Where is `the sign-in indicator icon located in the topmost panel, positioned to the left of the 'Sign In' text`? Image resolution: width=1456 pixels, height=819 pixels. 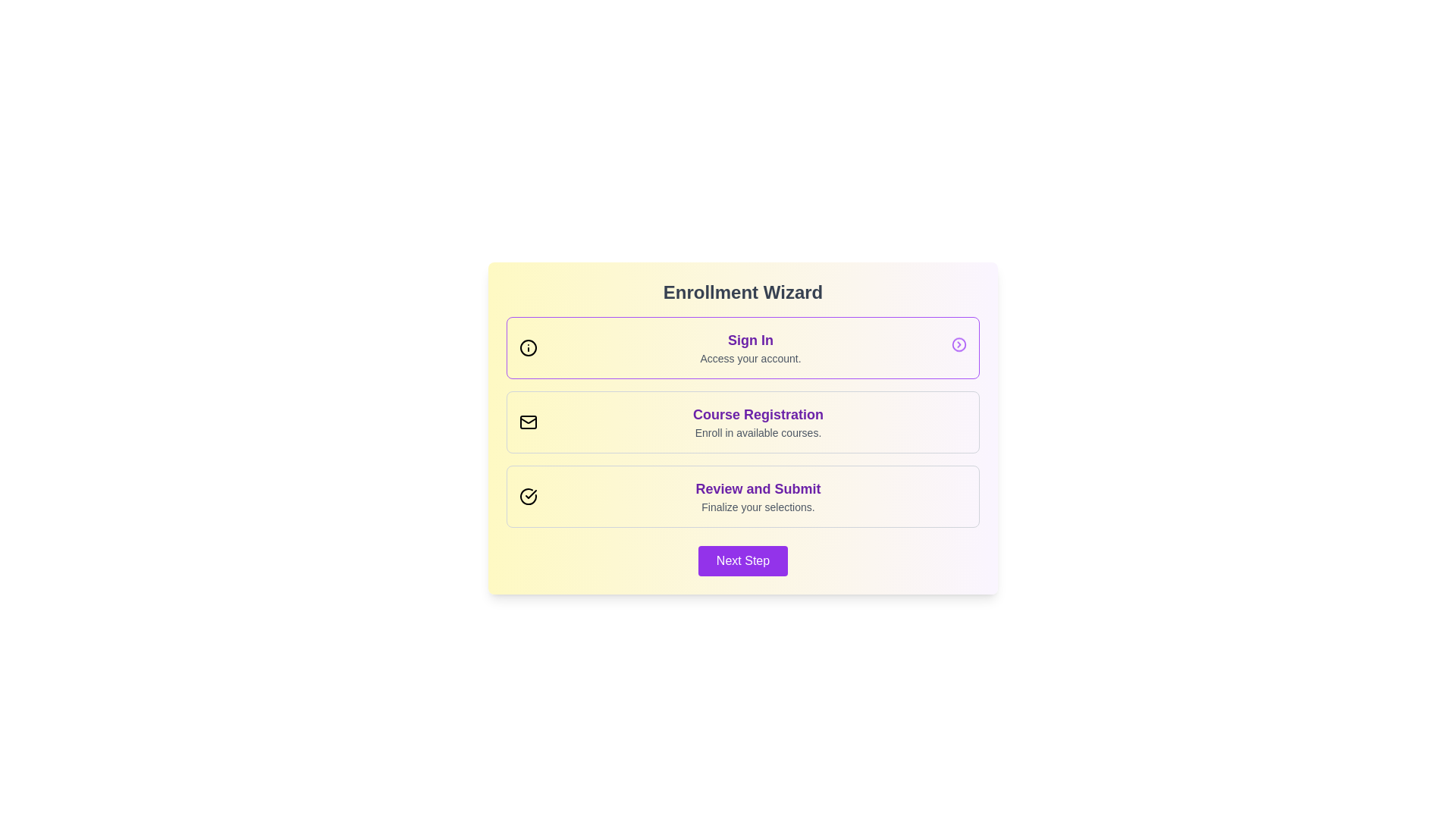
the sign-in indicator icon located in the topmost panel, positioned to the left of the 'Sign In' text is located at coordinates (528, 348).